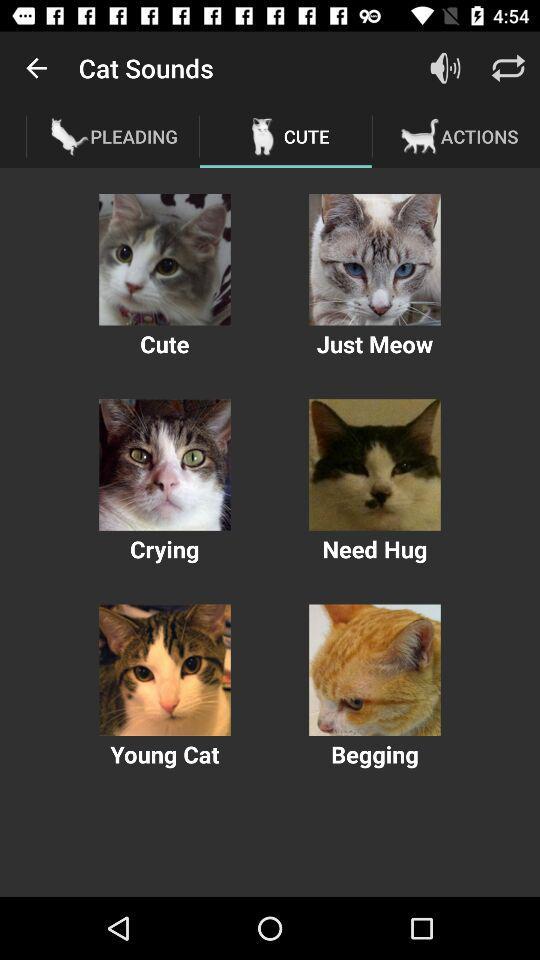 This screenshot has height=960, width=540. What do you see at coordinates (36, 68) in the screenshot?
I see `app next to the cat sounds item` at bounding box center [36, 68].